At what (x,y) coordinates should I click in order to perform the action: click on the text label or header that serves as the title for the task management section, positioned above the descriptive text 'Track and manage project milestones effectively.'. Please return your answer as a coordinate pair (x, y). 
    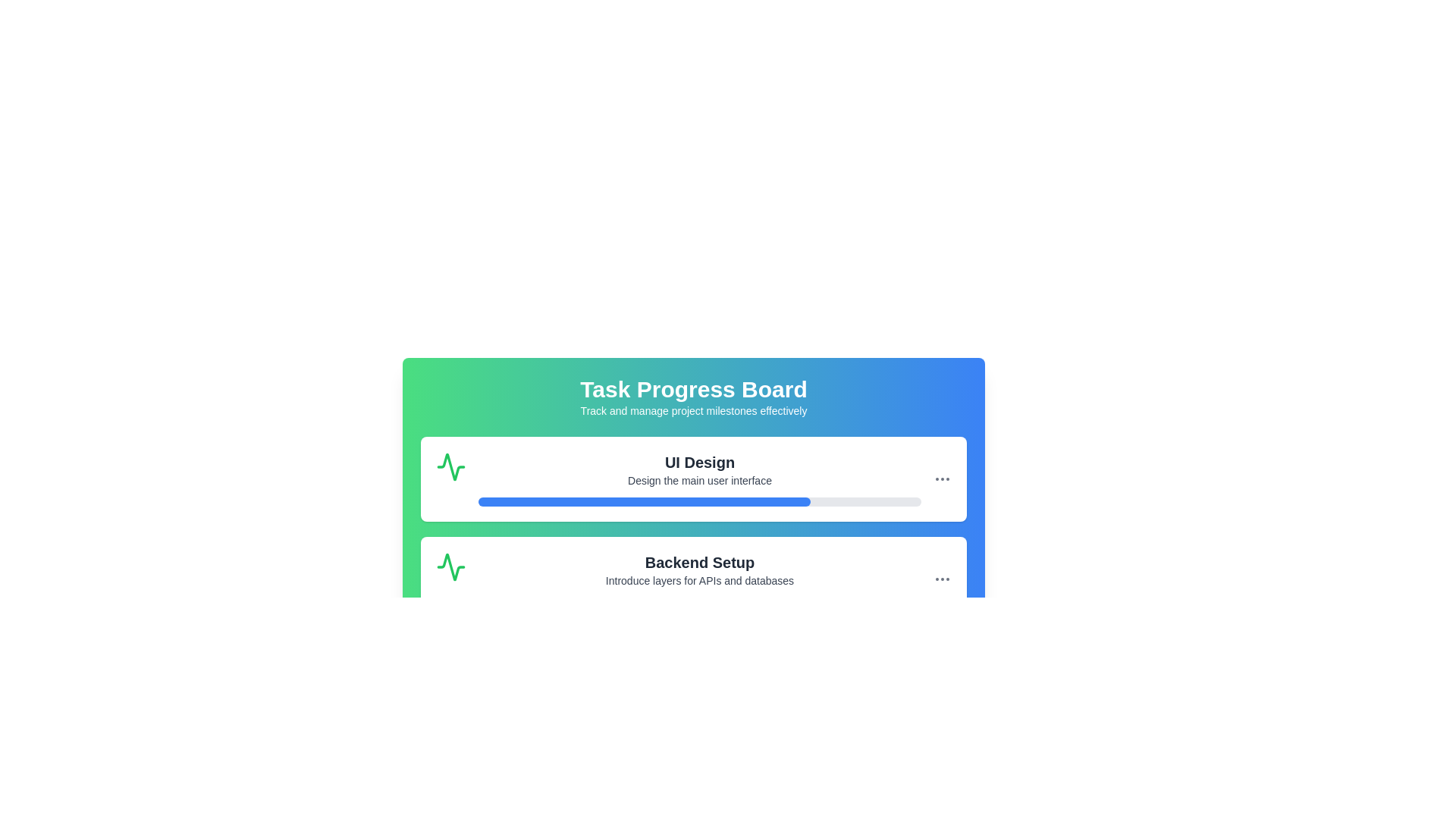
    Looking at the image, I should click on (693, 388).